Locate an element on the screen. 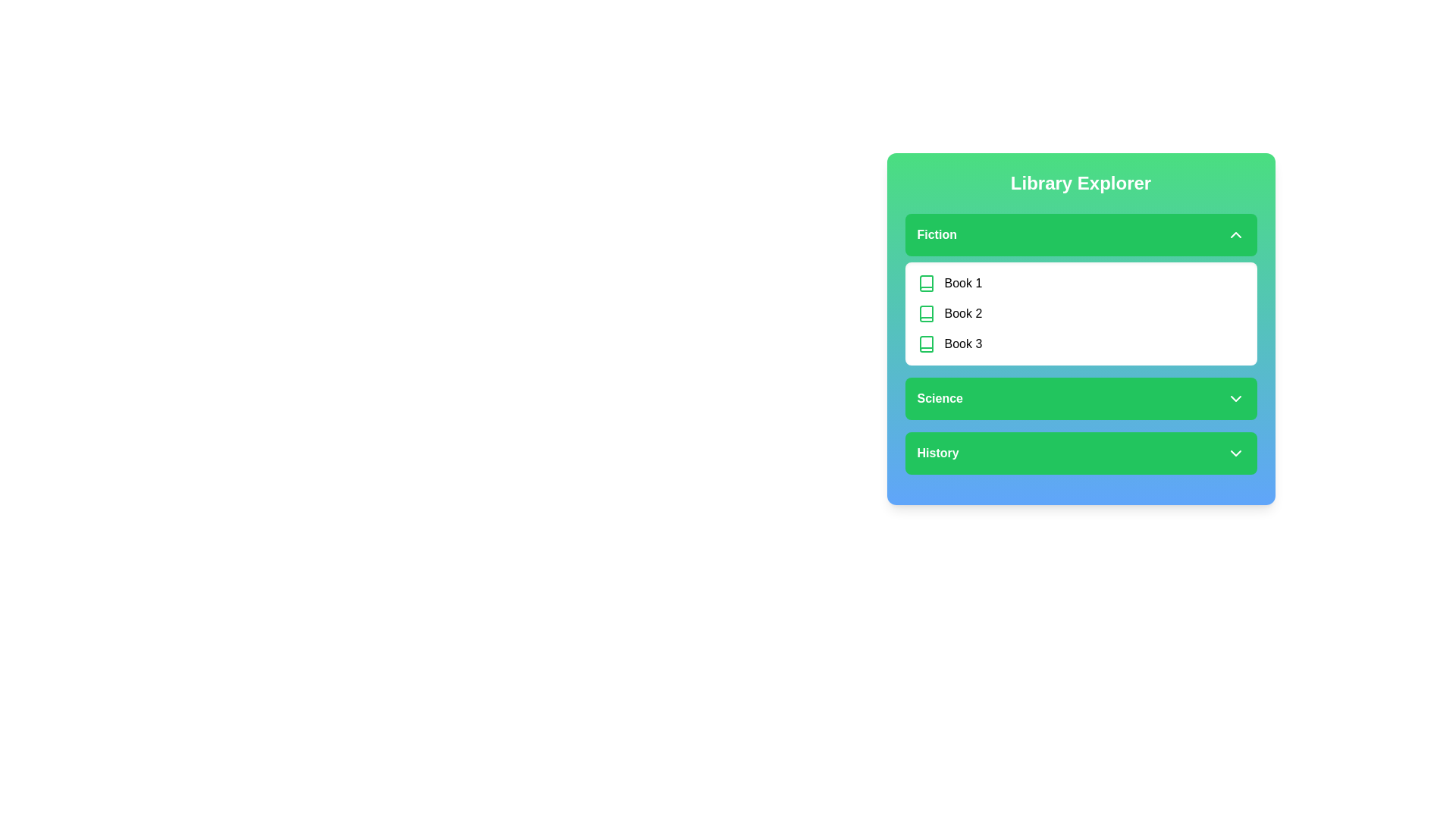 The image size is (1456, 819). the toggle button of the section labeled Science to expand or collapse it is located at coordinates (1080, 397).